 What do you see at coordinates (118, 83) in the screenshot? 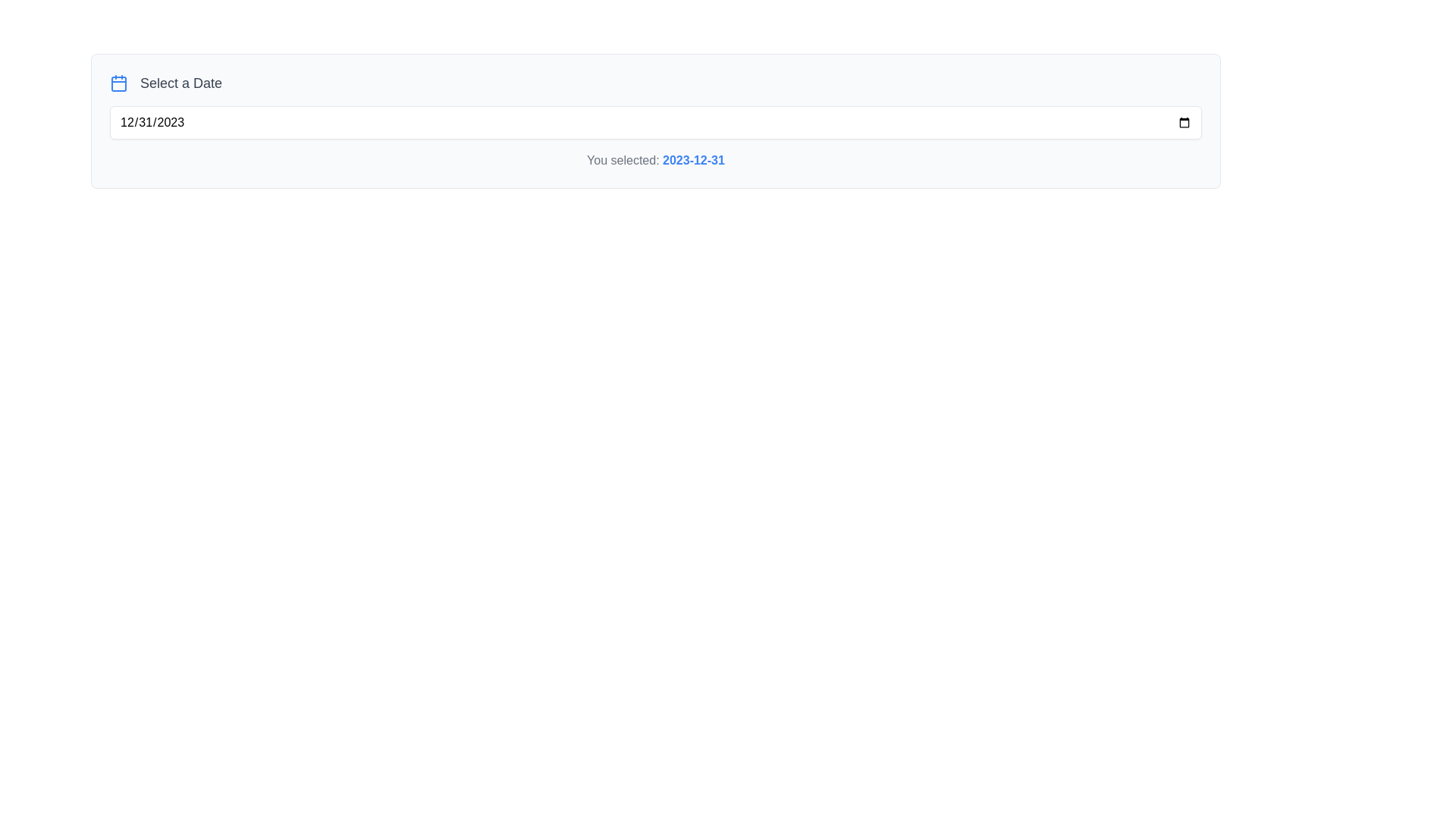
I see `the date selection icon located to the left of the 'Select a Date' text` at bounding box center [118, 83].